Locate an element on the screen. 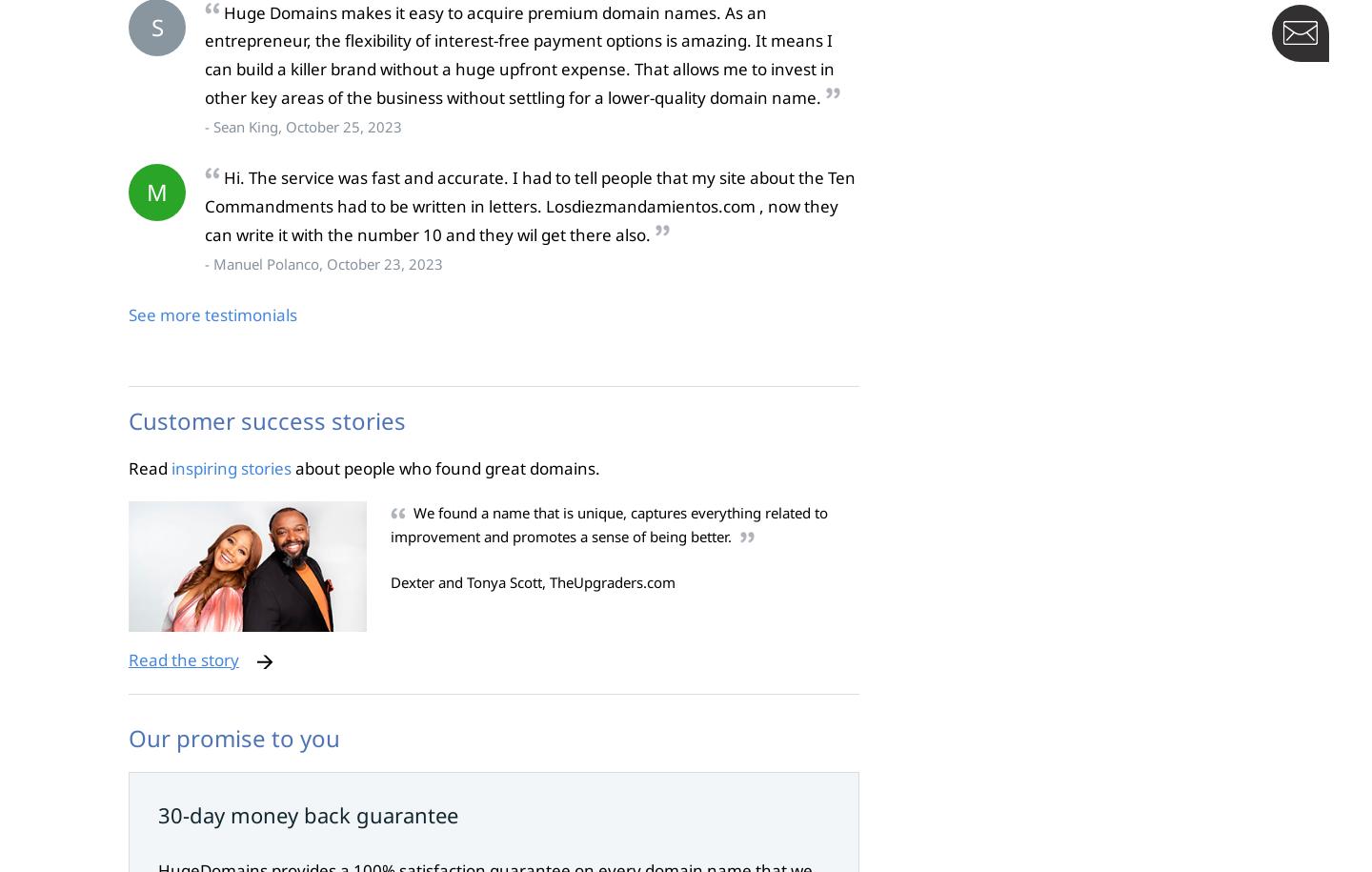  '- Sean King, October 25, 2023' is located at coordinates (204, 126).